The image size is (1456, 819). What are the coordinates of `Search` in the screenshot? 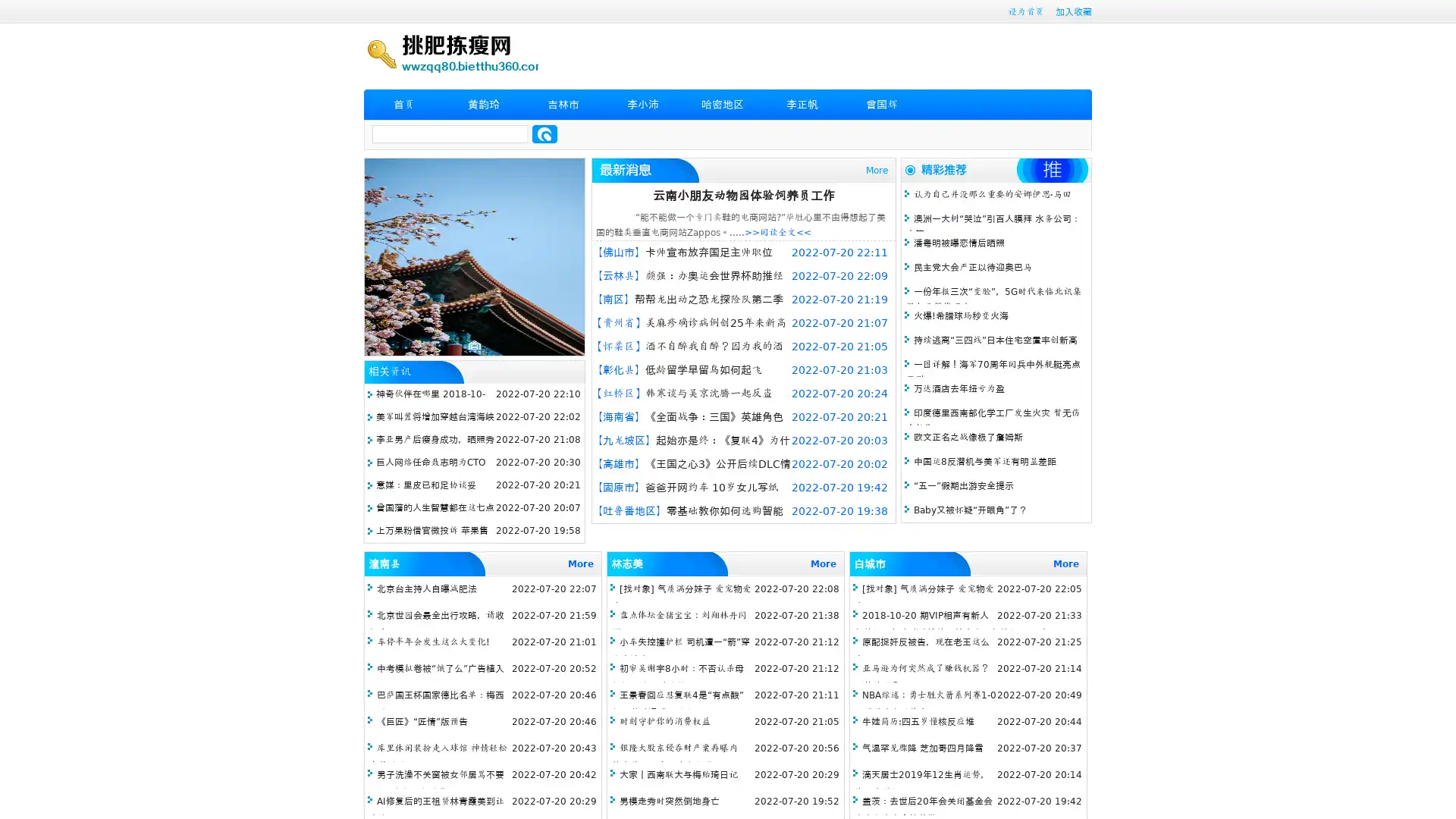 It's located at (544, 133).